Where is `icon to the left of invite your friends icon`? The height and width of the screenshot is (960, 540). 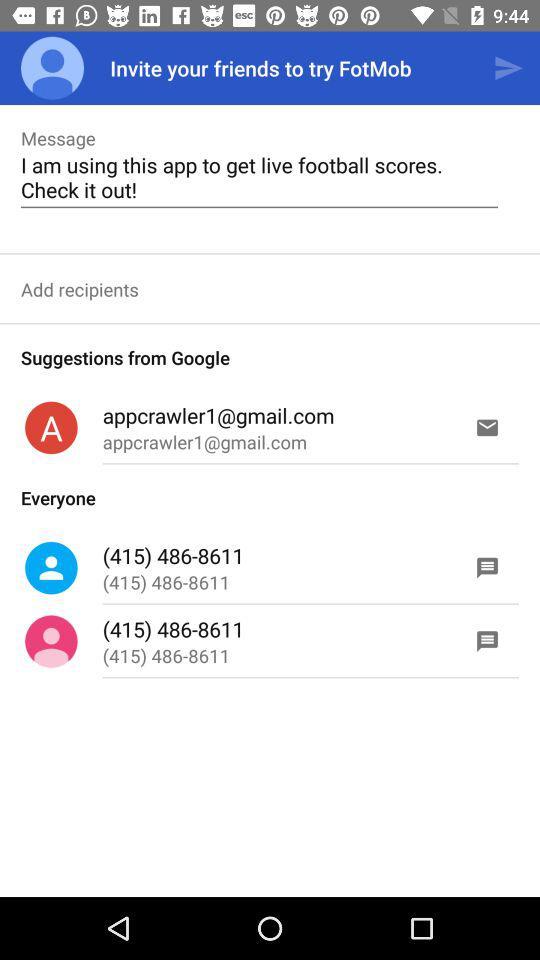 icon to the left of invite your friends icon is located at coordinates (52, 68).